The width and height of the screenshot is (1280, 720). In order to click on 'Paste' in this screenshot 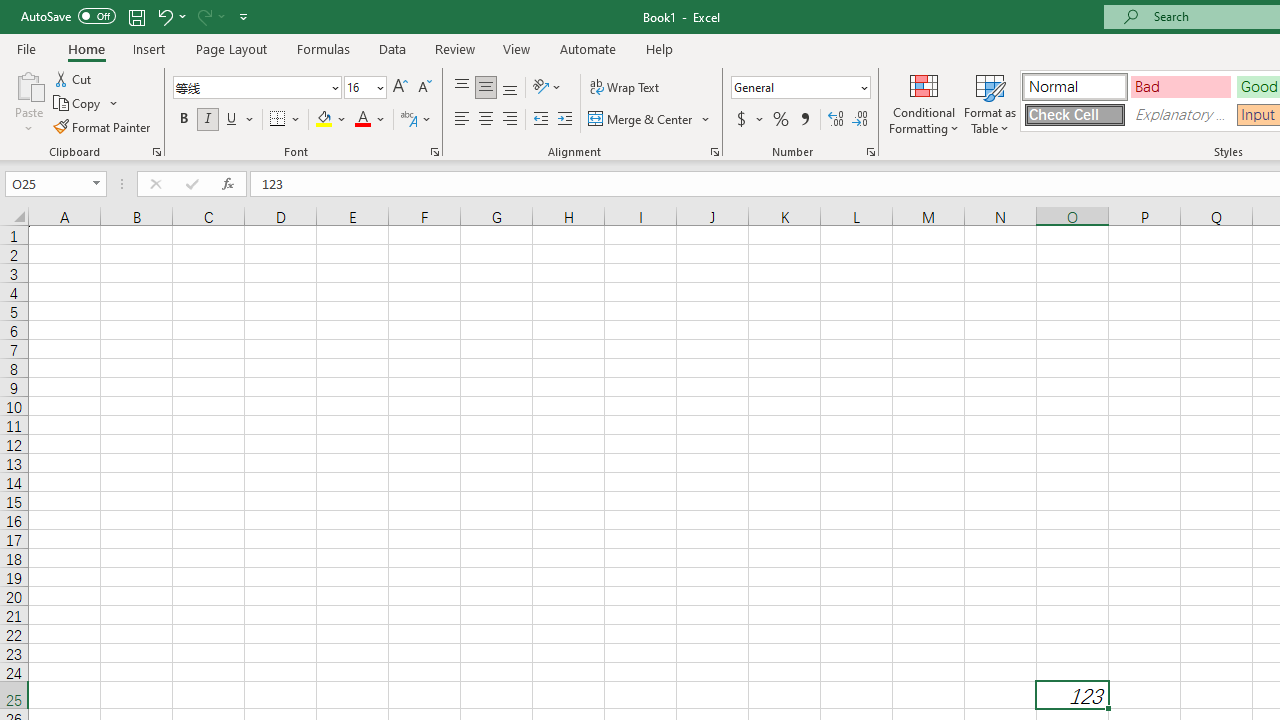, I will do `click(28, 103)`.